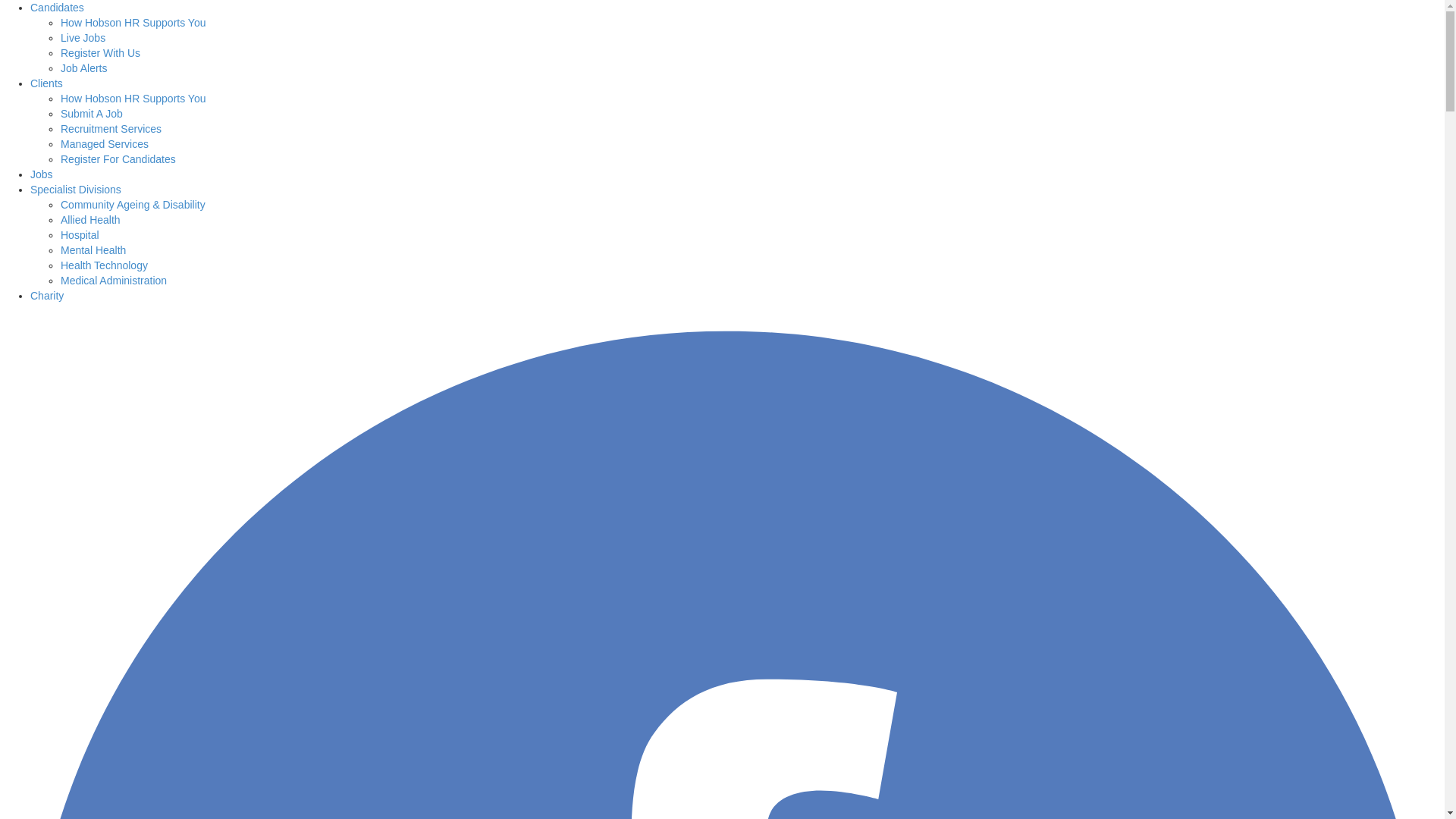 This screenshot has height=819, width=1456. What do you see at coordinates (110, 127) in the screenshot?
I see `'Recruitment Services'` at bounding box center [110, 127].